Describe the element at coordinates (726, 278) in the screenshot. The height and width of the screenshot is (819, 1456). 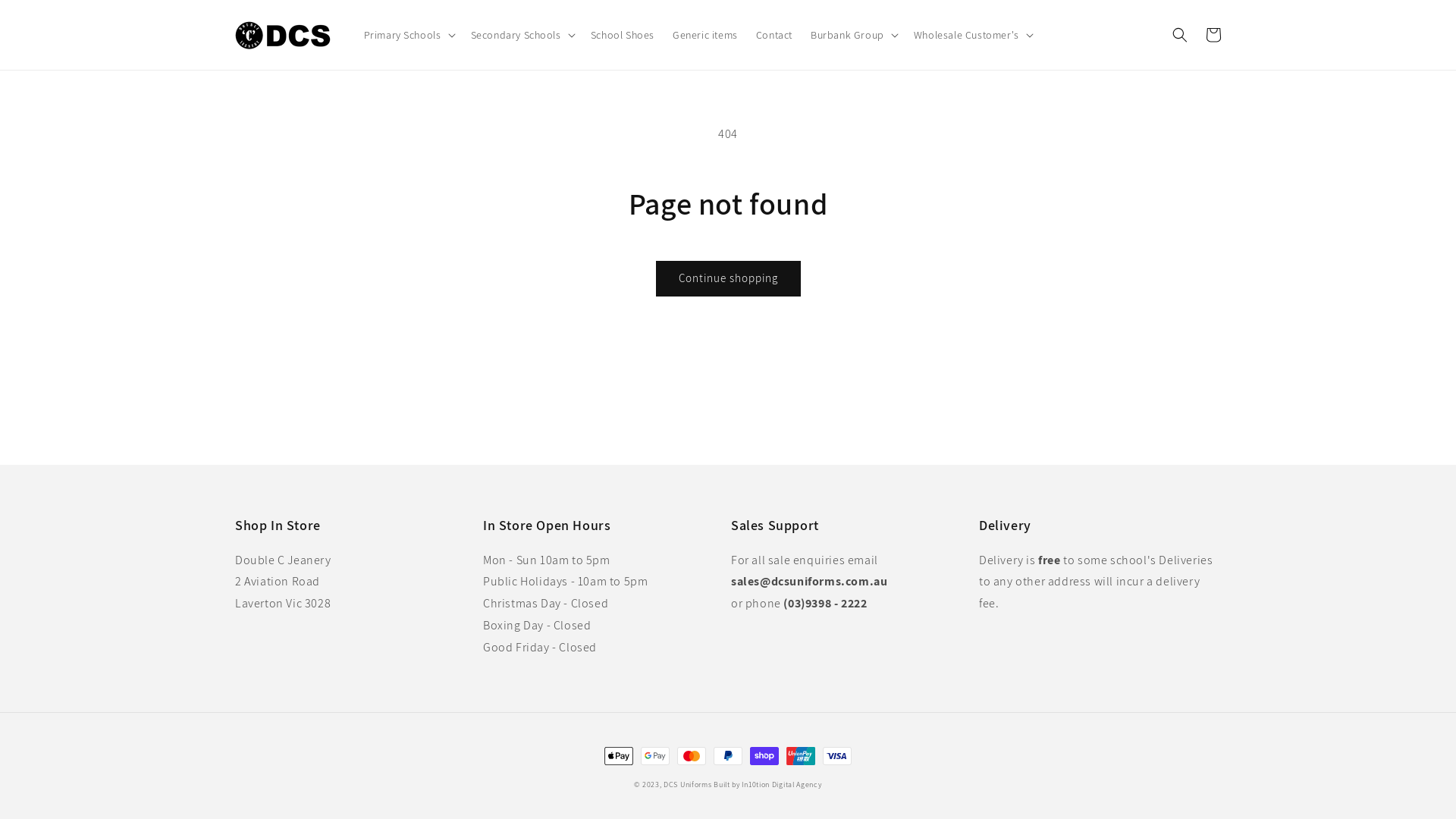
I see `'Continue shopping'` at that location.